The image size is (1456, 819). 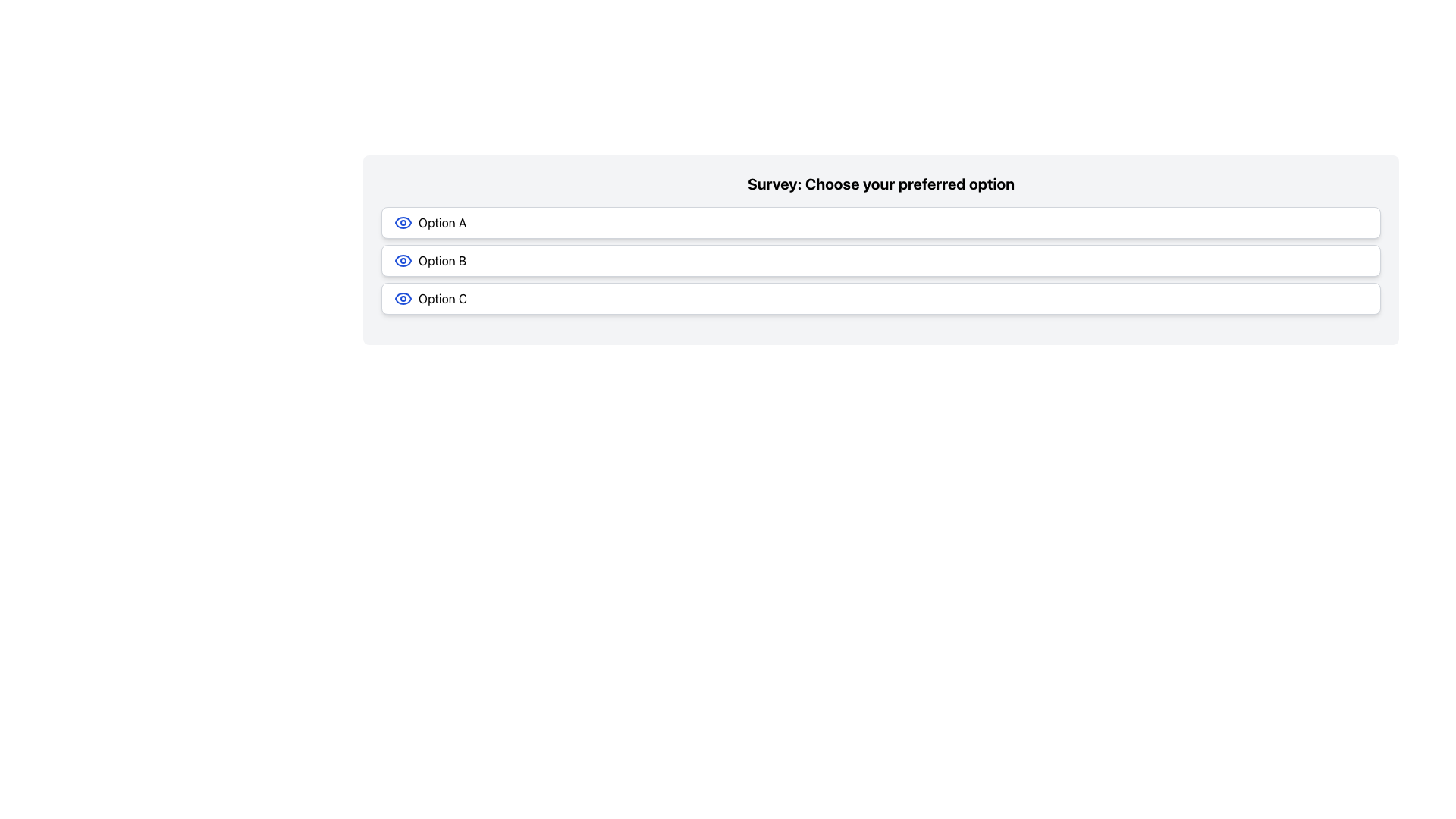 What do you see at coordinates (403, 222) in the screenshot?
I see `the eye-shaped icon with a blue outline located in 'Option A' on the left side of the text label` at bounding box center [403, 222].